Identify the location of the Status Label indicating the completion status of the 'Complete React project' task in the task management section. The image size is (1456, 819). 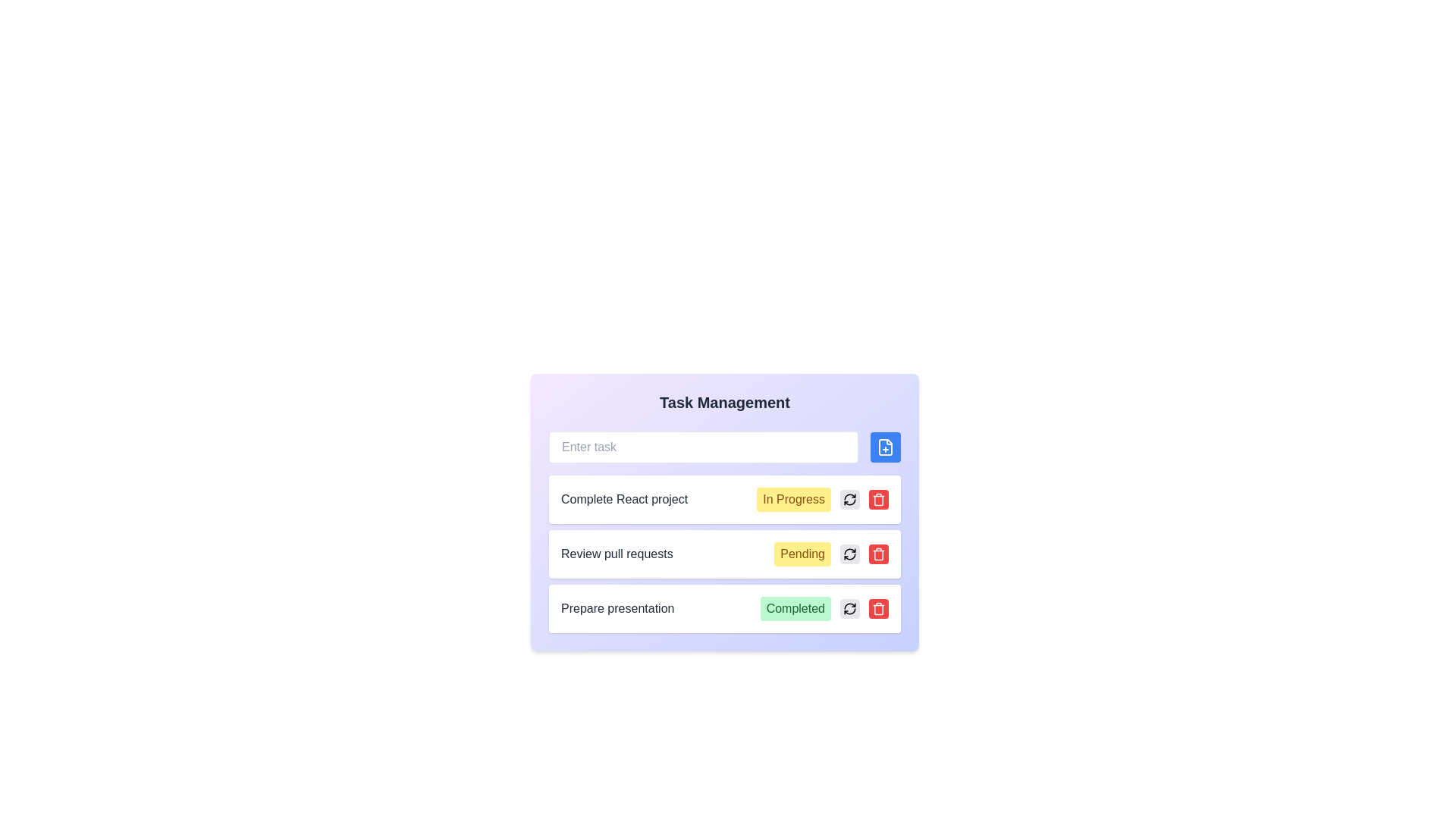
(793, 500).